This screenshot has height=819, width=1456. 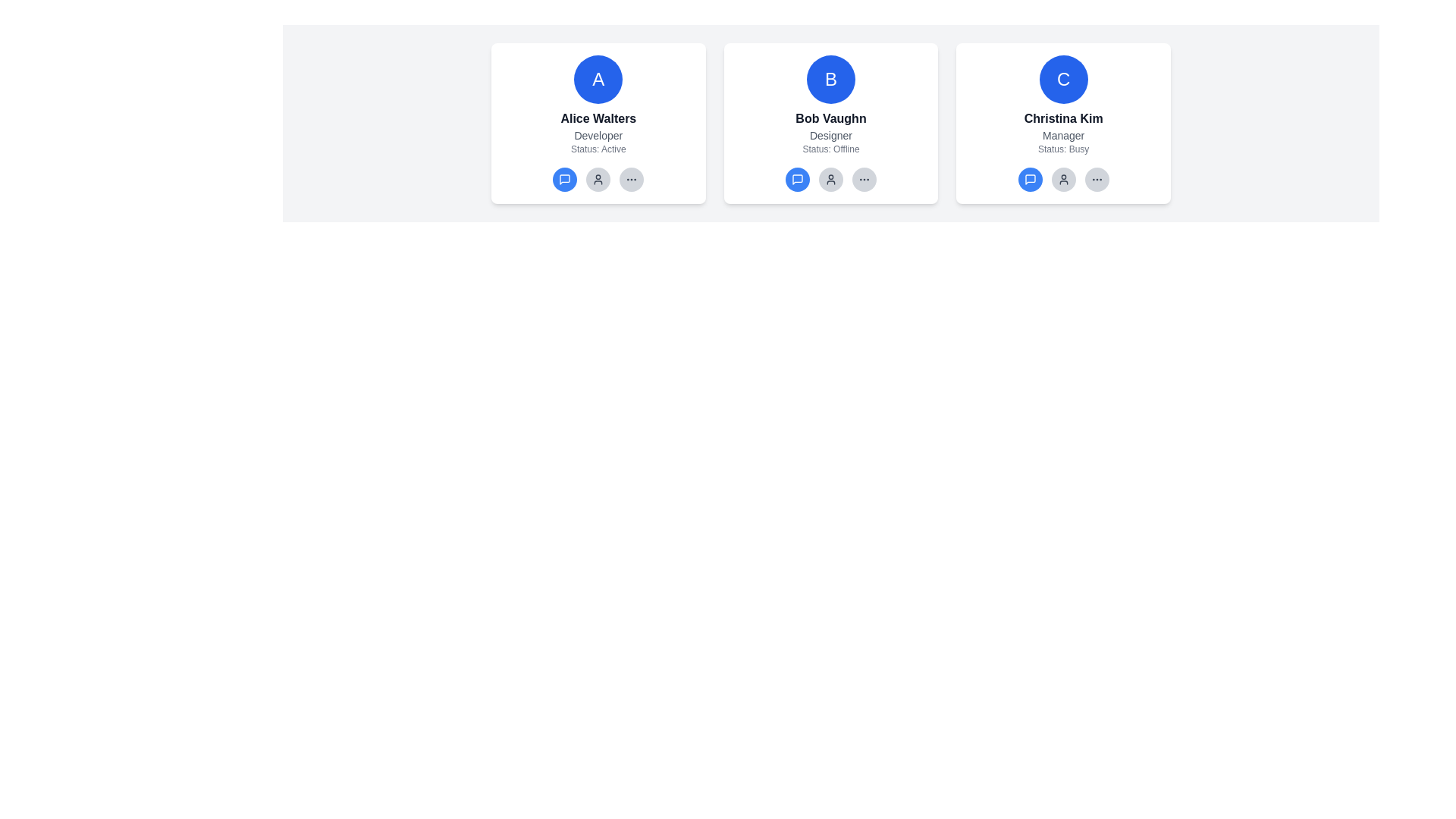 I want to click on the circular button with three vertical dots, which is the third button in the row below Alice Walters' profile card, so click(x=632, y=178).